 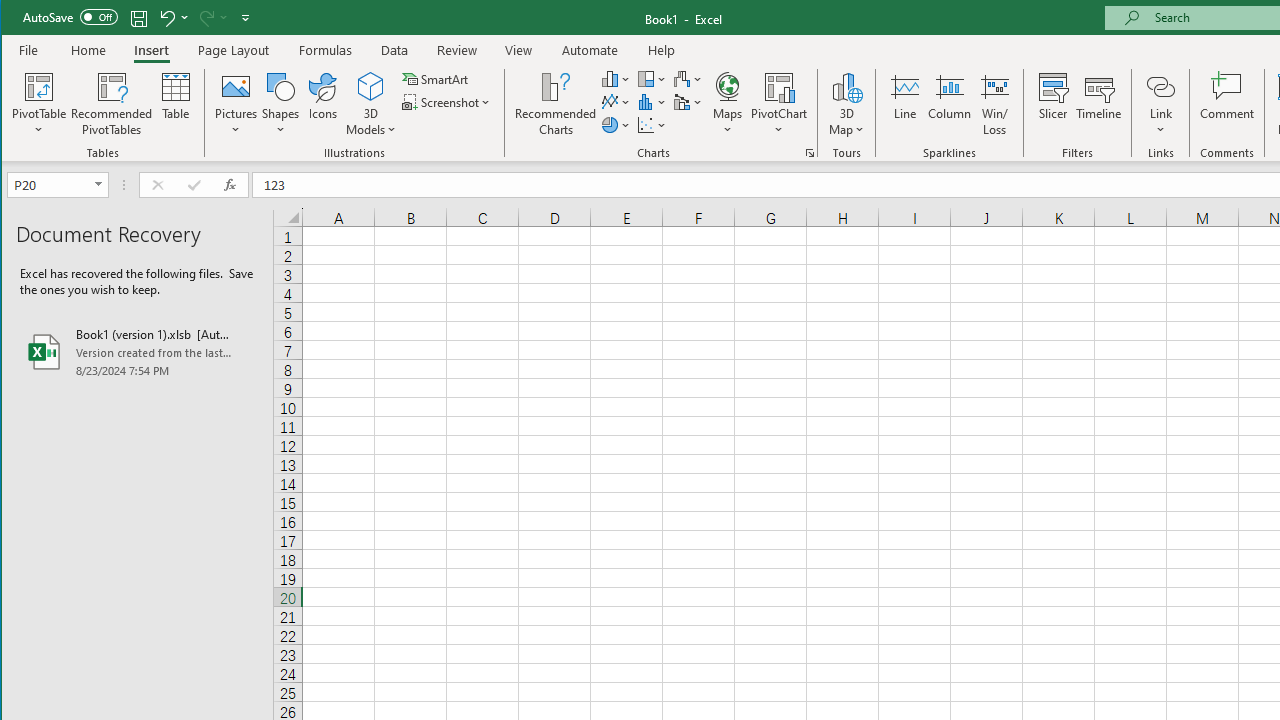 I want to click on 'Automate', so click(x=589, y=49).